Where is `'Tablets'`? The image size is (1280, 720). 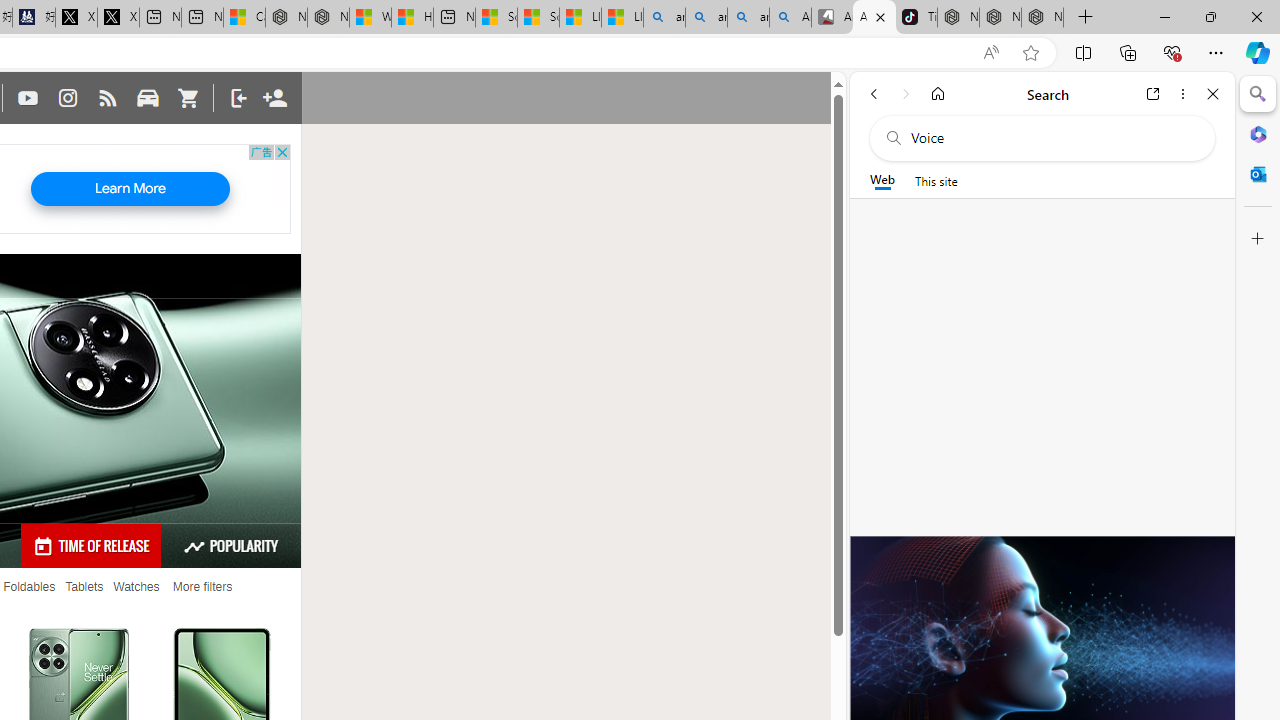
'Tablets' is located at coordinates (83, 586).